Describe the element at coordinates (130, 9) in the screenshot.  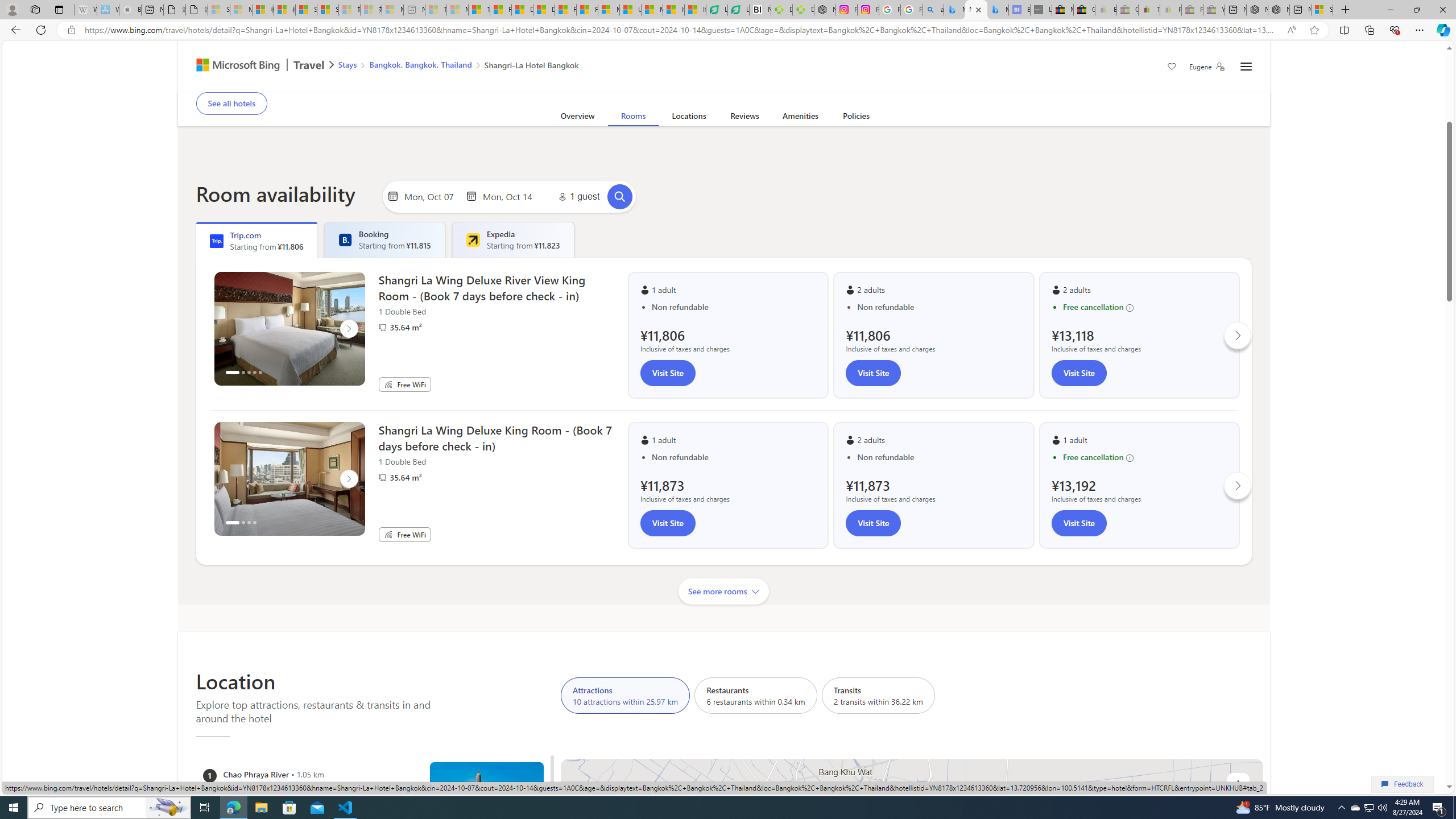
I see `'Buy iPad - Apple - Sleeping'` at that location.